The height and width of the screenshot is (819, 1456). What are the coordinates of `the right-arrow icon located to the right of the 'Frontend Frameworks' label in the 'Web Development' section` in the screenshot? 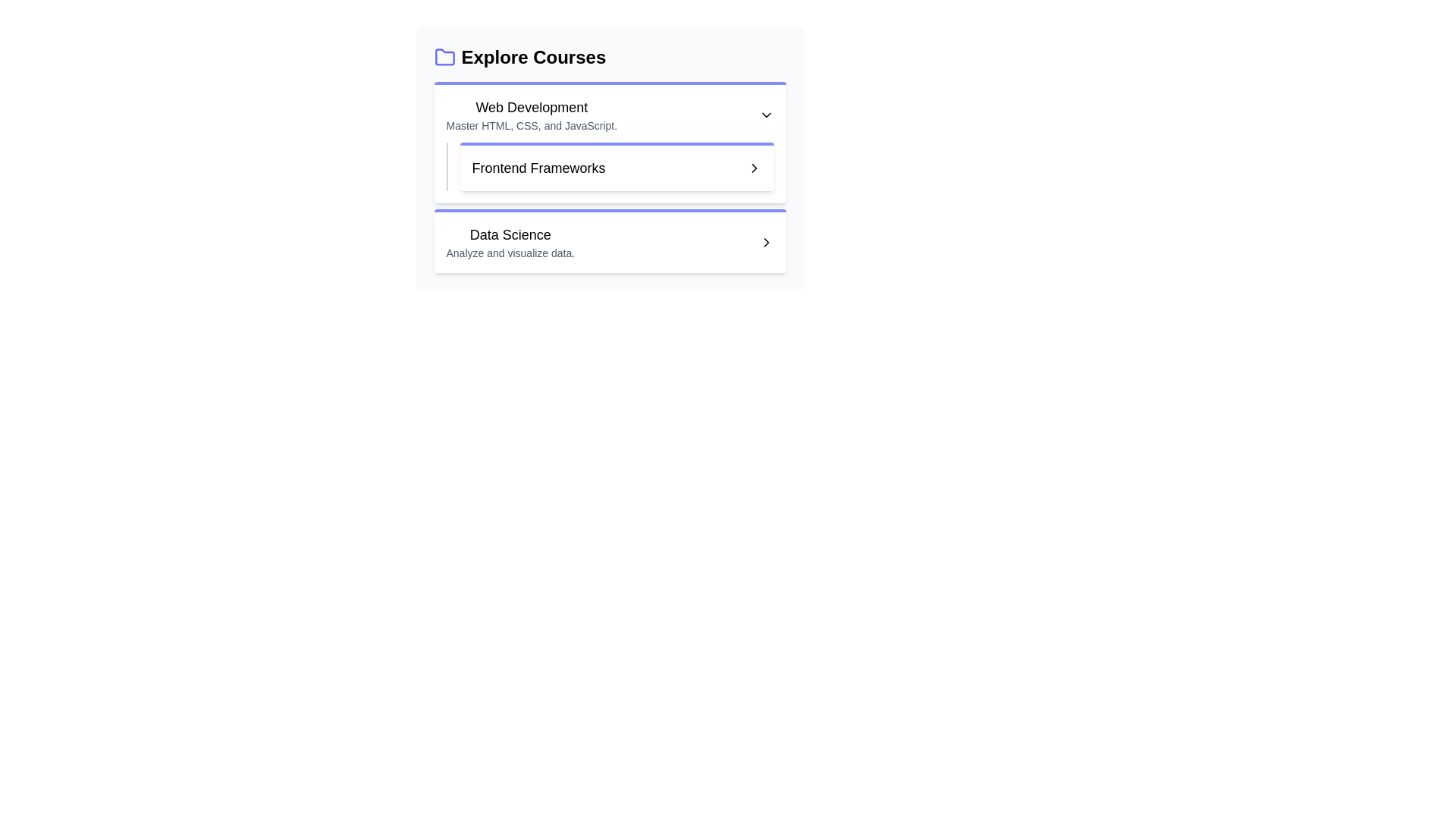 It's located at (754, 168).